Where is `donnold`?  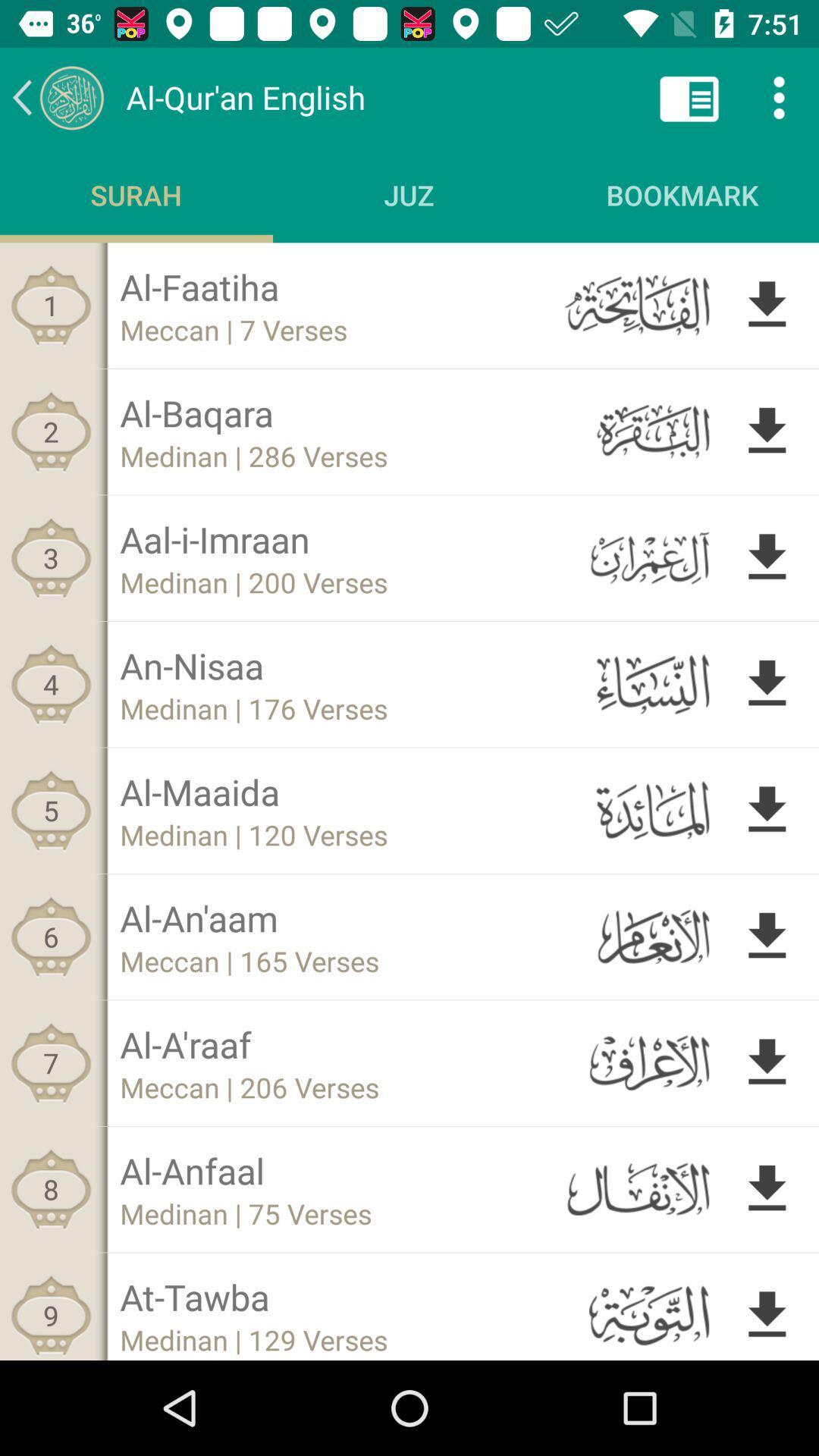
donnold is located at coordinates (767, 1062).